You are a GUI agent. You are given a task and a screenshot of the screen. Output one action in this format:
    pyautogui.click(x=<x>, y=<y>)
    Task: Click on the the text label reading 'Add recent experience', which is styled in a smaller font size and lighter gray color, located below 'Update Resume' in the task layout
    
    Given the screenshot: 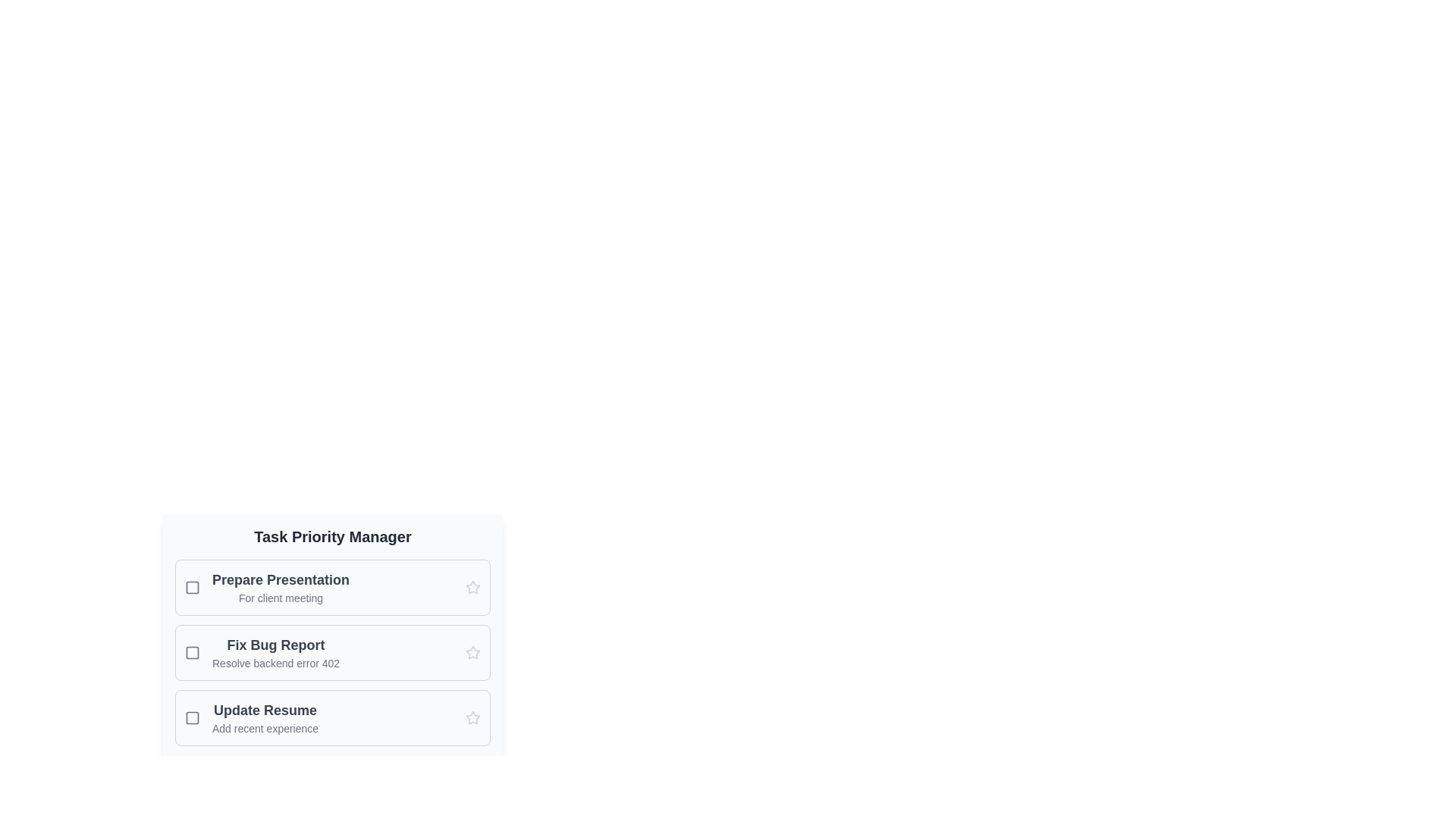 What is the action you would take?
    pyautogui.click(x=265, y=727)
    